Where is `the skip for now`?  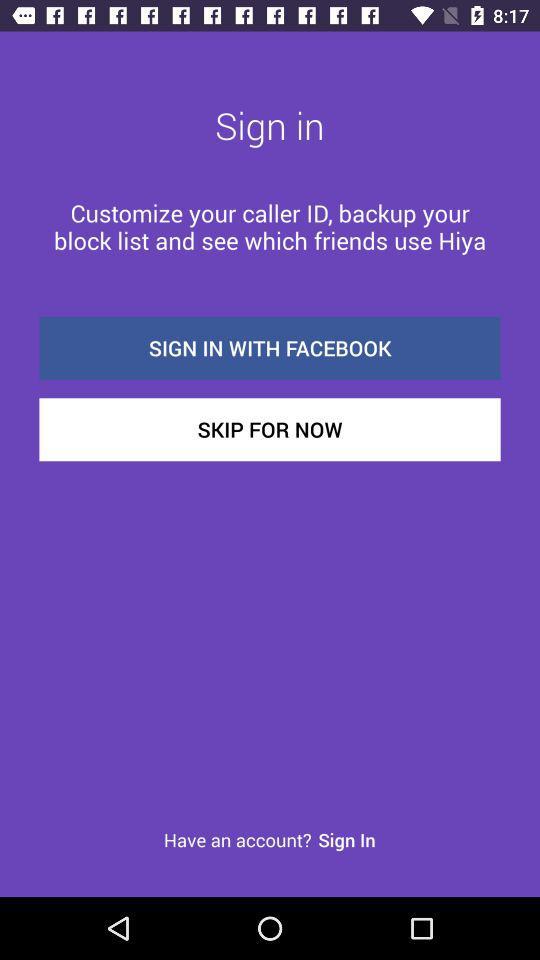 the skip for now is located at coordinates (270, 429).